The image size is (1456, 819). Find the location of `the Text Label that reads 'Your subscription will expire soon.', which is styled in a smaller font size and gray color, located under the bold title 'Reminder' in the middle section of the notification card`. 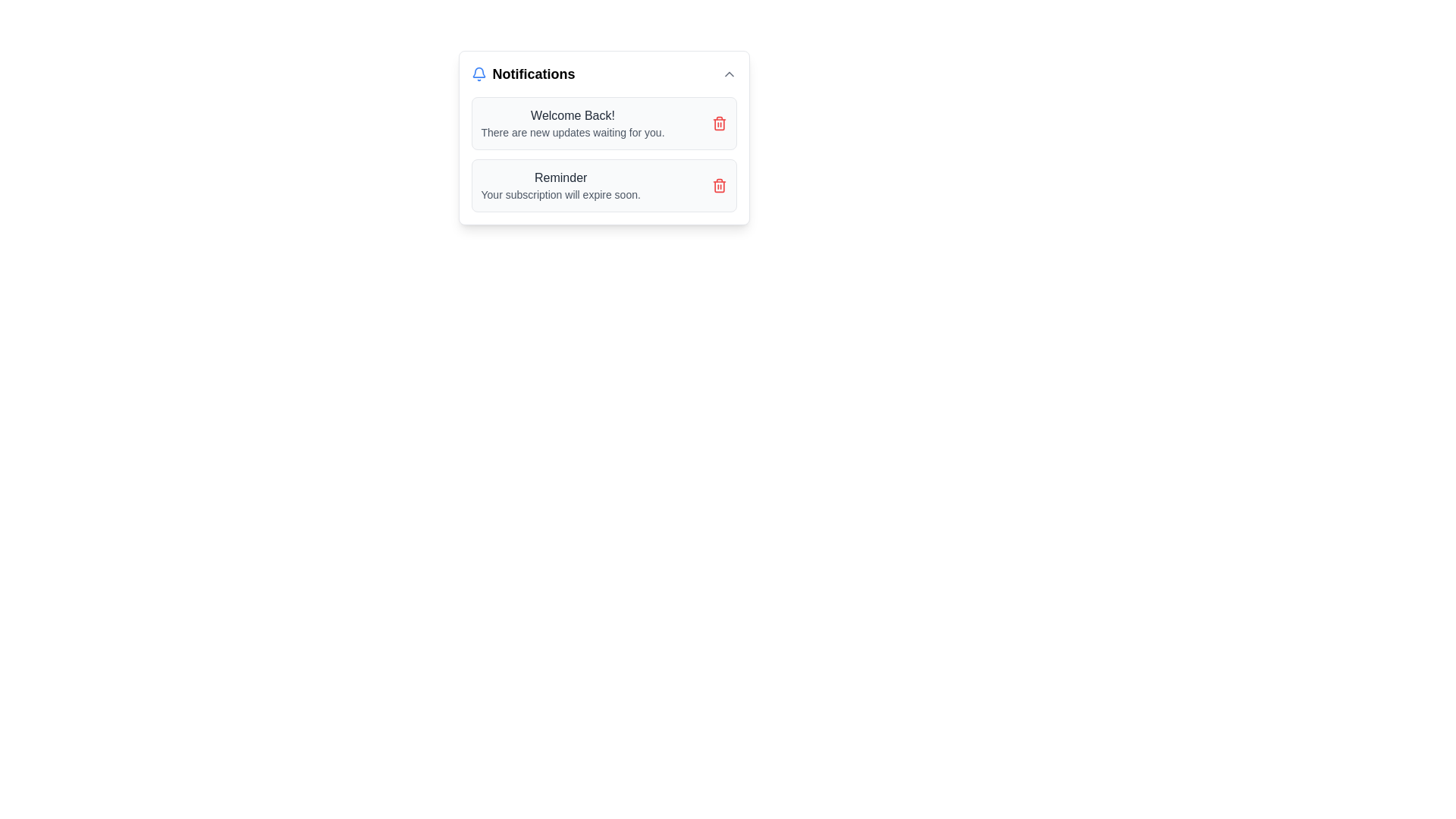

the Text Label that reads 'Your subscription will expire soon.', which is styled in a smaller font size and gray color, located under the bold title 'Reminder' in the middle section of the notification card is located at coordinates (560, 194).